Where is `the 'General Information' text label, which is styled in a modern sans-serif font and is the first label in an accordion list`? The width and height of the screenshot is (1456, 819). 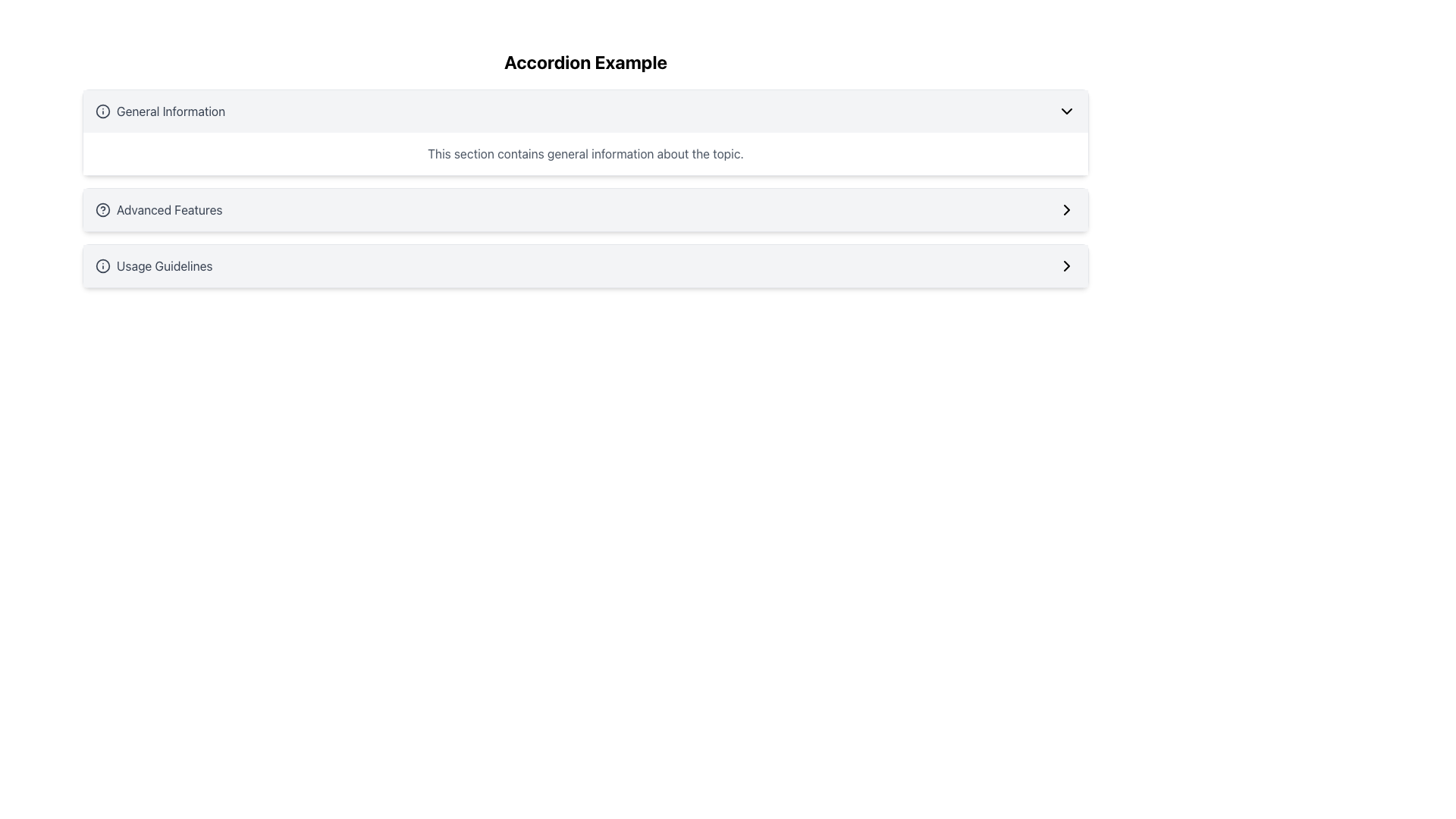
the 'General Information' text label, which is styled in a modern sans-serif font and is the first label in an accordion list is located at coordinates (171, 110).